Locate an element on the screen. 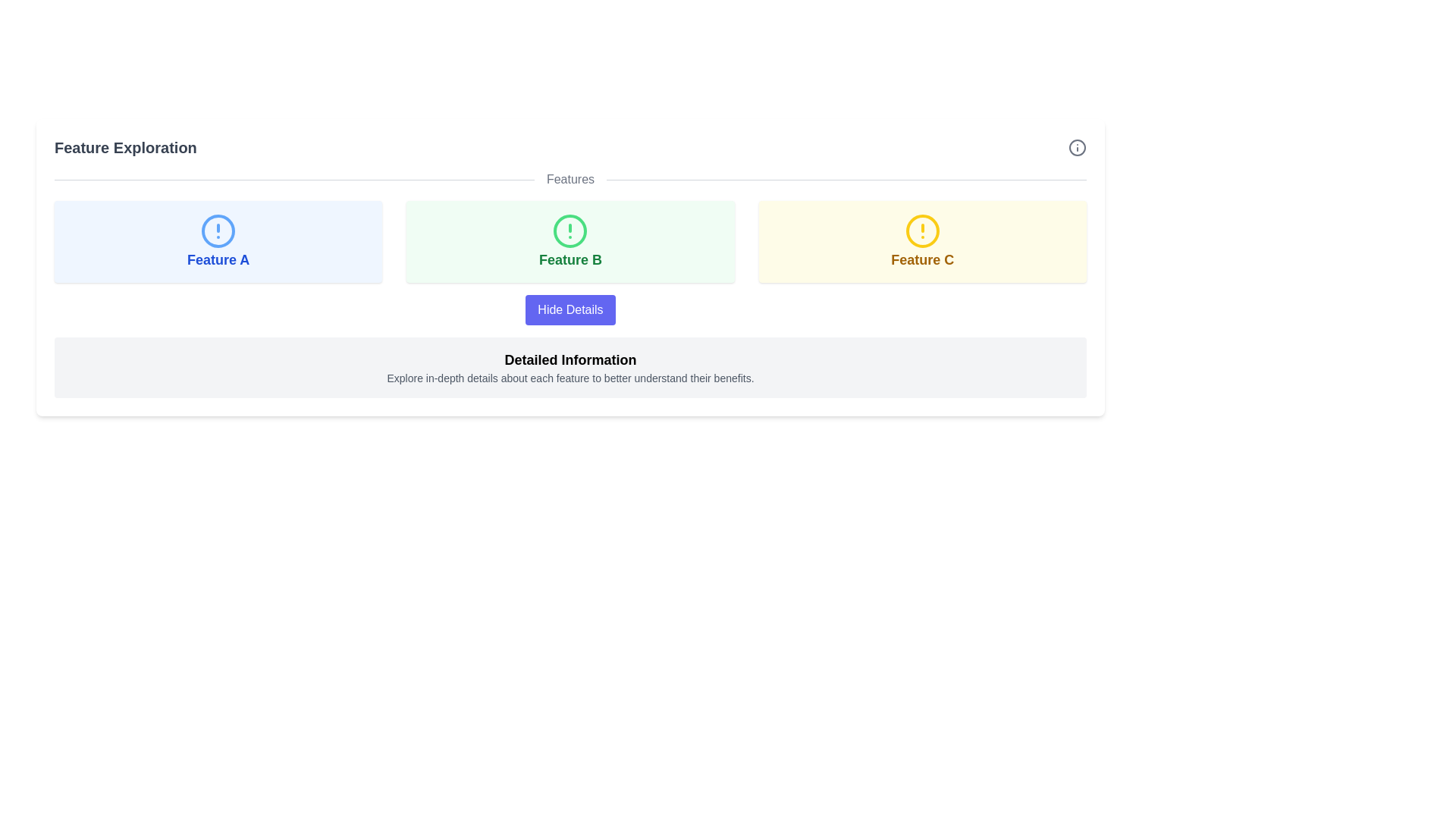 The image size is (1456, 819). the circular informational icon in the upper-right corner of the interface is located at coordinates (1076, 148).